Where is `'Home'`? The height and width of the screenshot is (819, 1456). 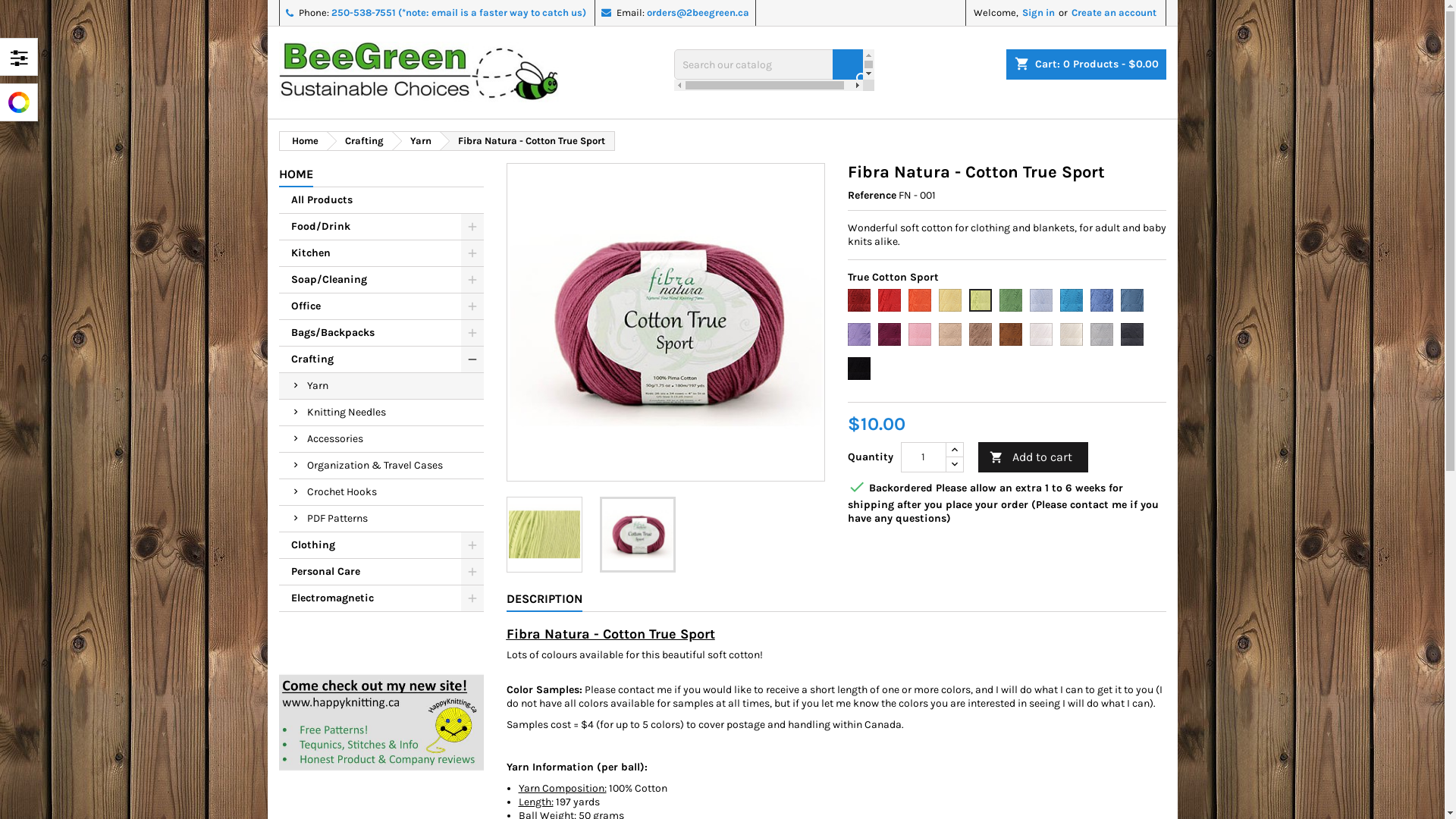
'Home' is located at coordinates (302, 140).